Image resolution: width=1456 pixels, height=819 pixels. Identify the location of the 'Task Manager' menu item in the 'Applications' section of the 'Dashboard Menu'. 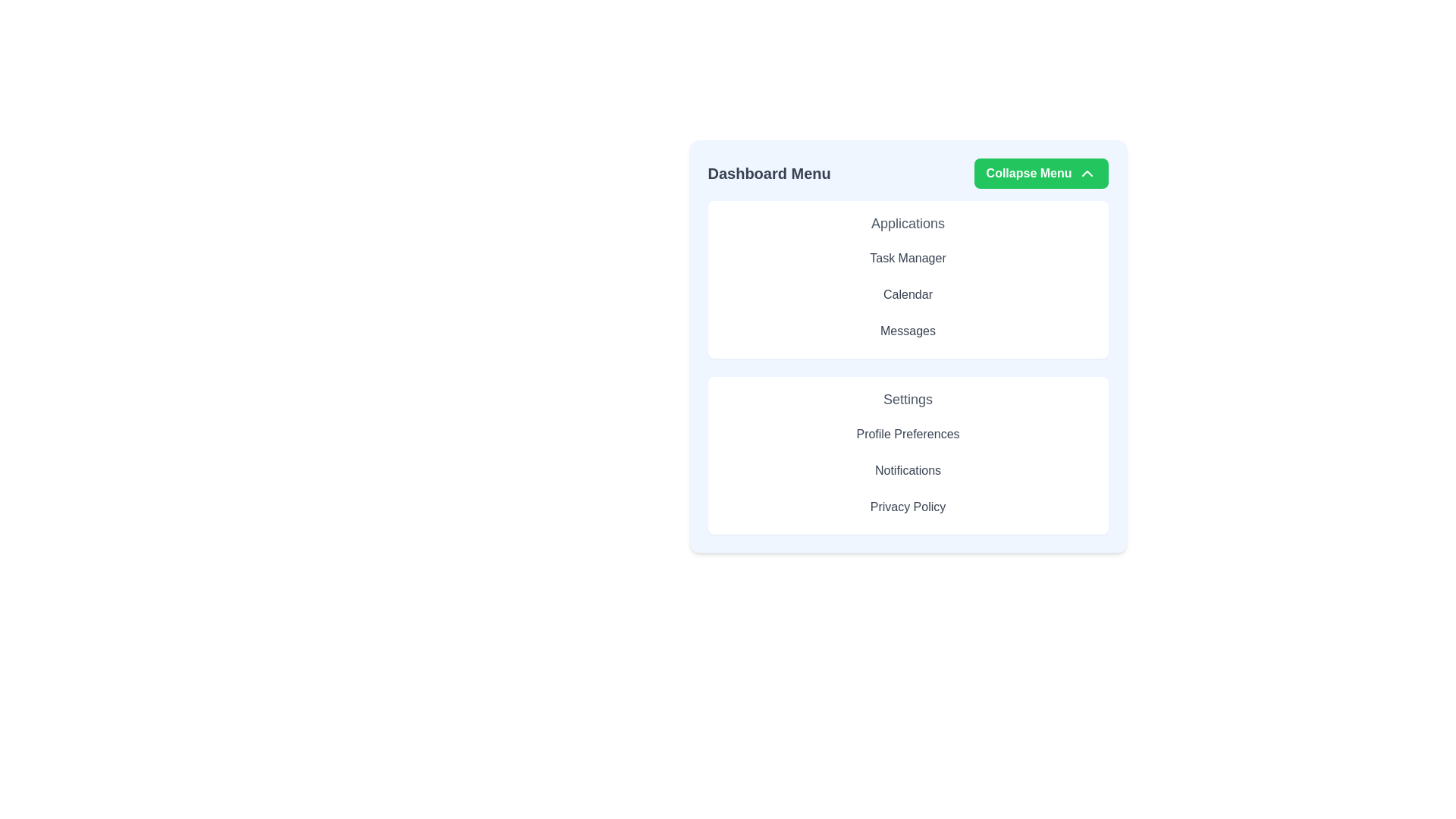
(908, 257).